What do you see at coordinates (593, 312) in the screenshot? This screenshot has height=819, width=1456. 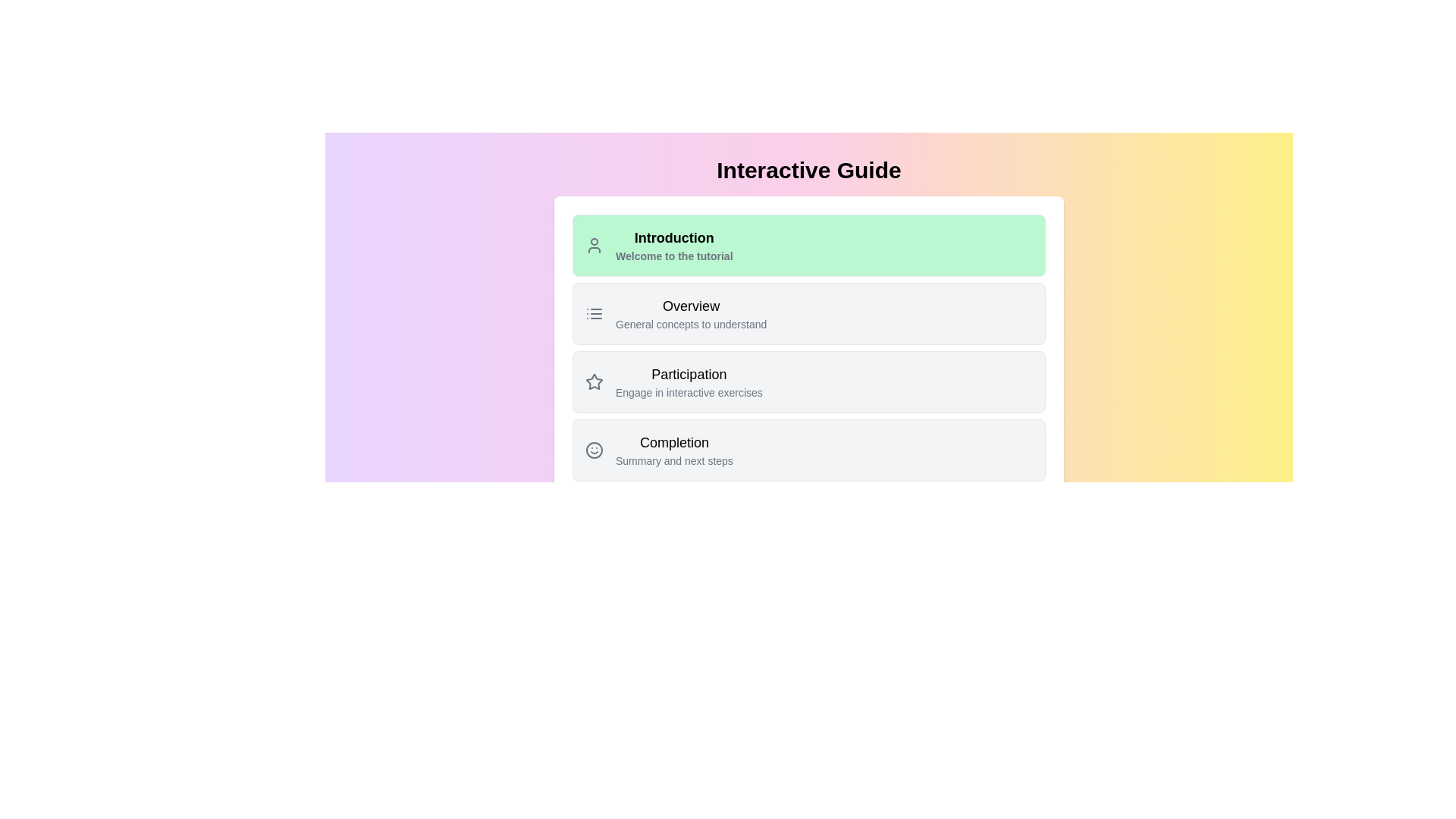 I see `the SVG icon resembling a bulleted list, located to the left of the 'Overview' text and above the 'General concepts to understand' description` at bounding box center [593, 312].